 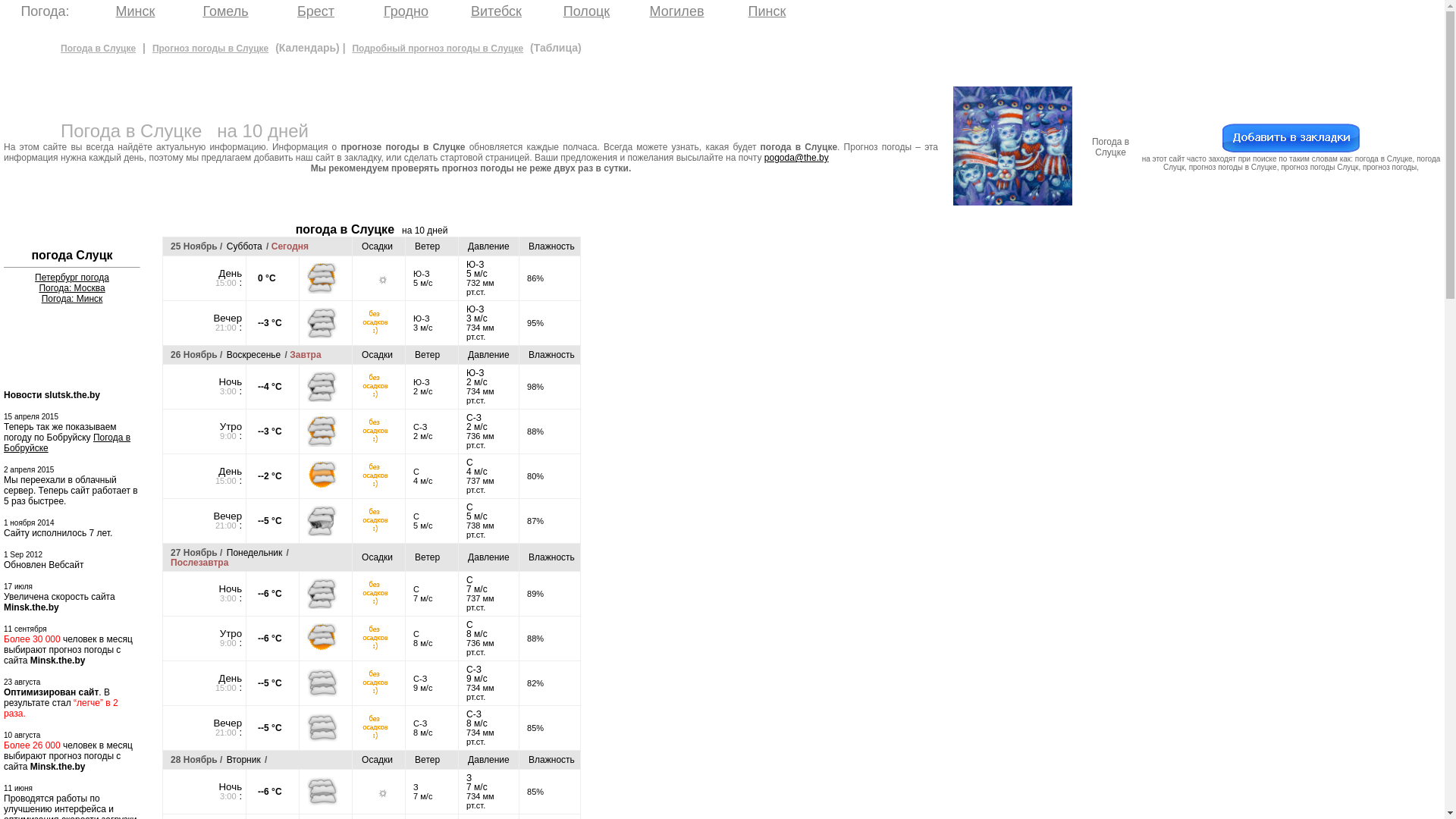 What do you see at coordinates (795, 158) in the screenshot?
I see `'pogoda@the.by'` at bounding box center [795, 158].